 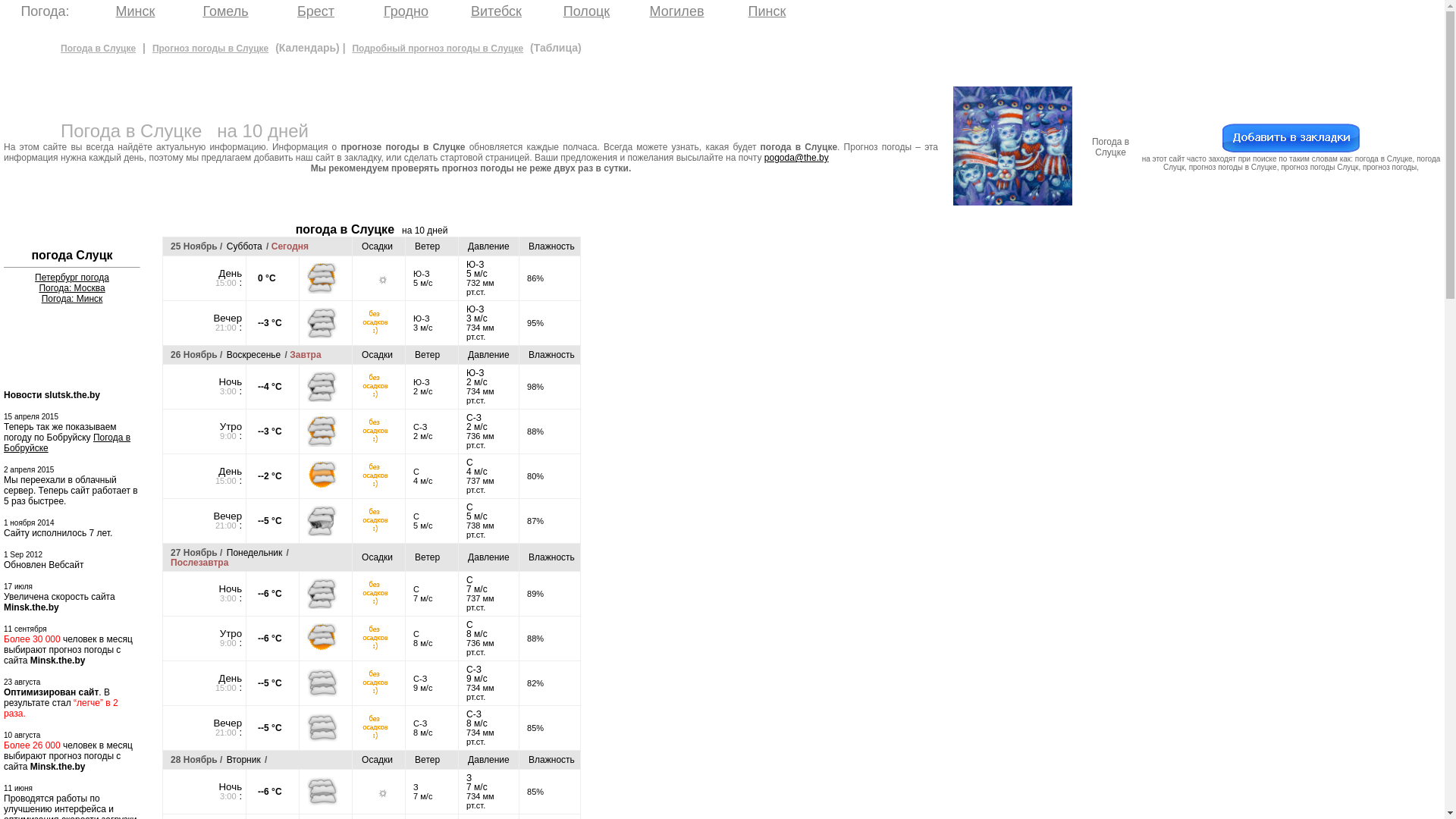 What do you see at coordinates (795, 158) in the screenshot?
I see `'pogoda@the.by'` at bounding box center [795, 158].